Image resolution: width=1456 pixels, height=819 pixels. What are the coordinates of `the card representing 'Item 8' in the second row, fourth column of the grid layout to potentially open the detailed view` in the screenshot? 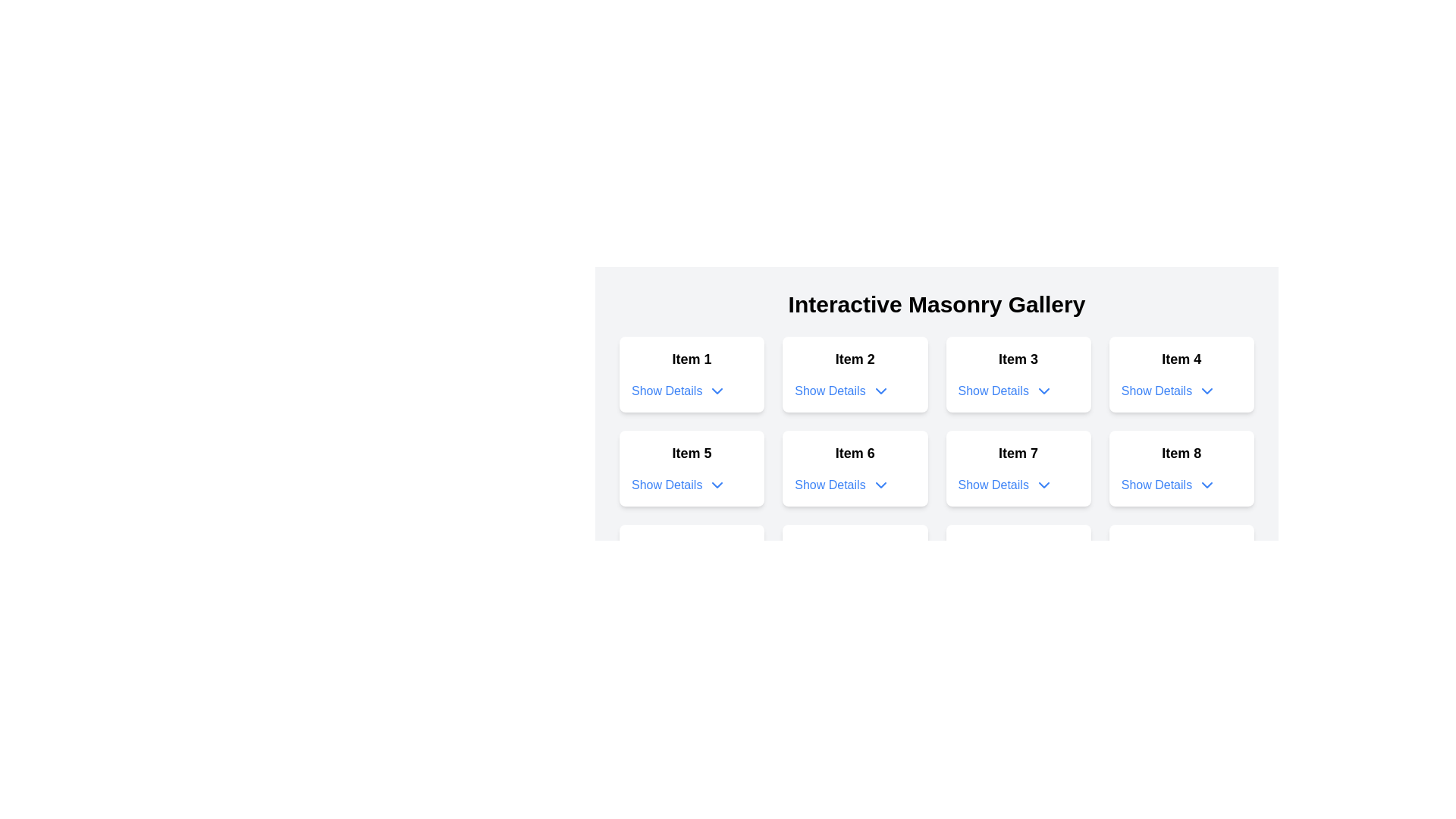 It's located at (1181, 467).